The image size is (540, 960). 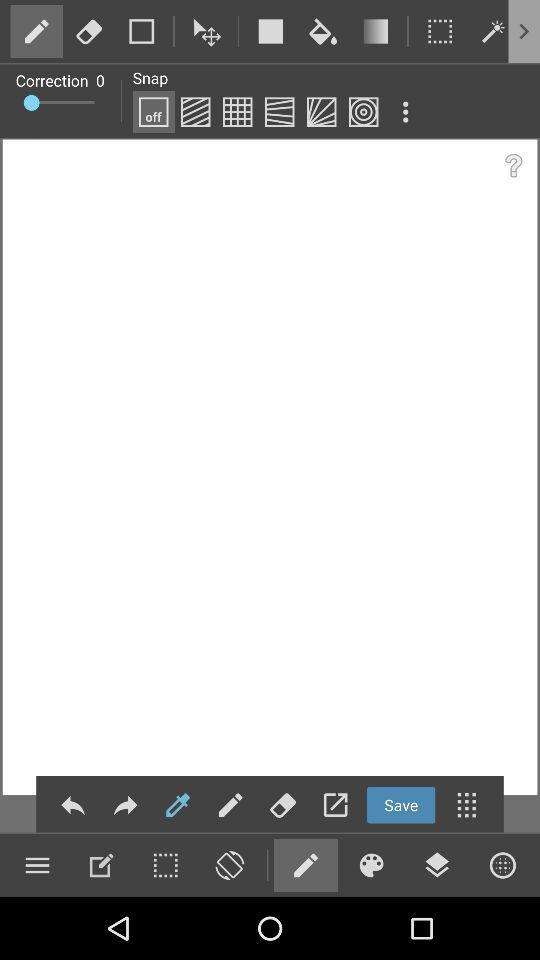 I want to click on the edit icon, so click(x=305, y=864).